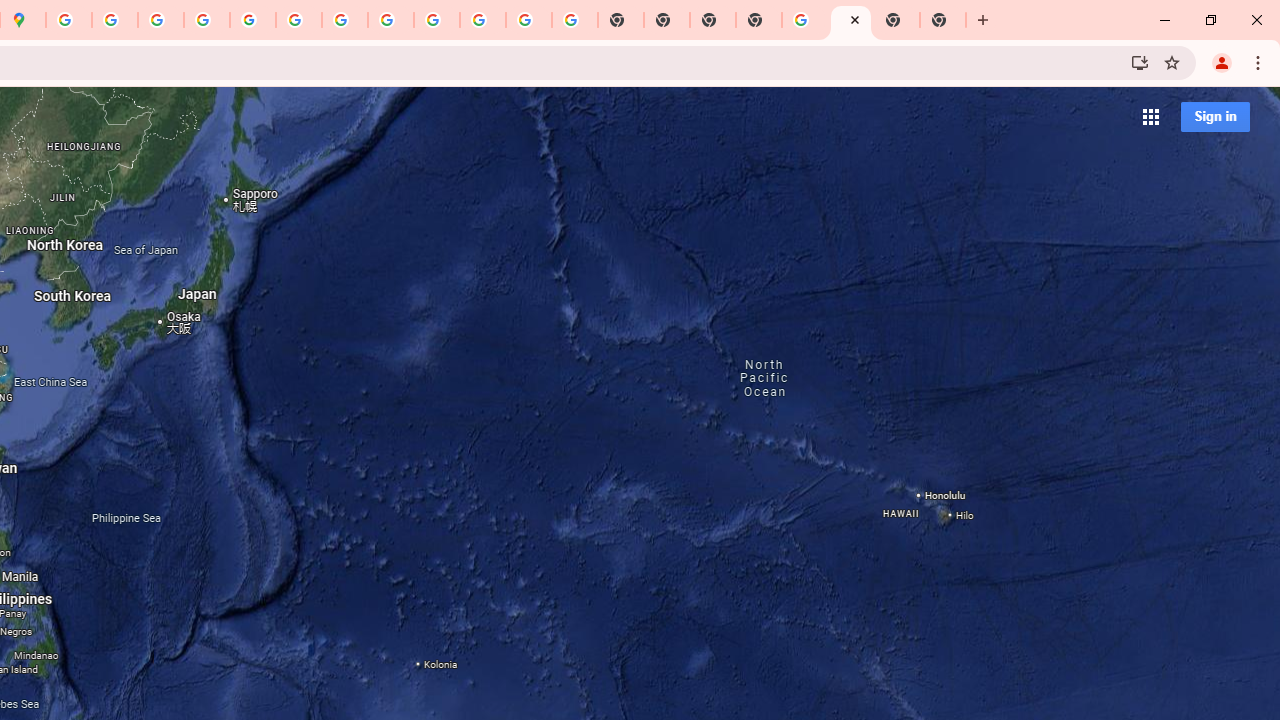  What do you see at coordinates (942, 20) in the screenshot?
I see `'New Tab'` at bounding box center [942, 20].